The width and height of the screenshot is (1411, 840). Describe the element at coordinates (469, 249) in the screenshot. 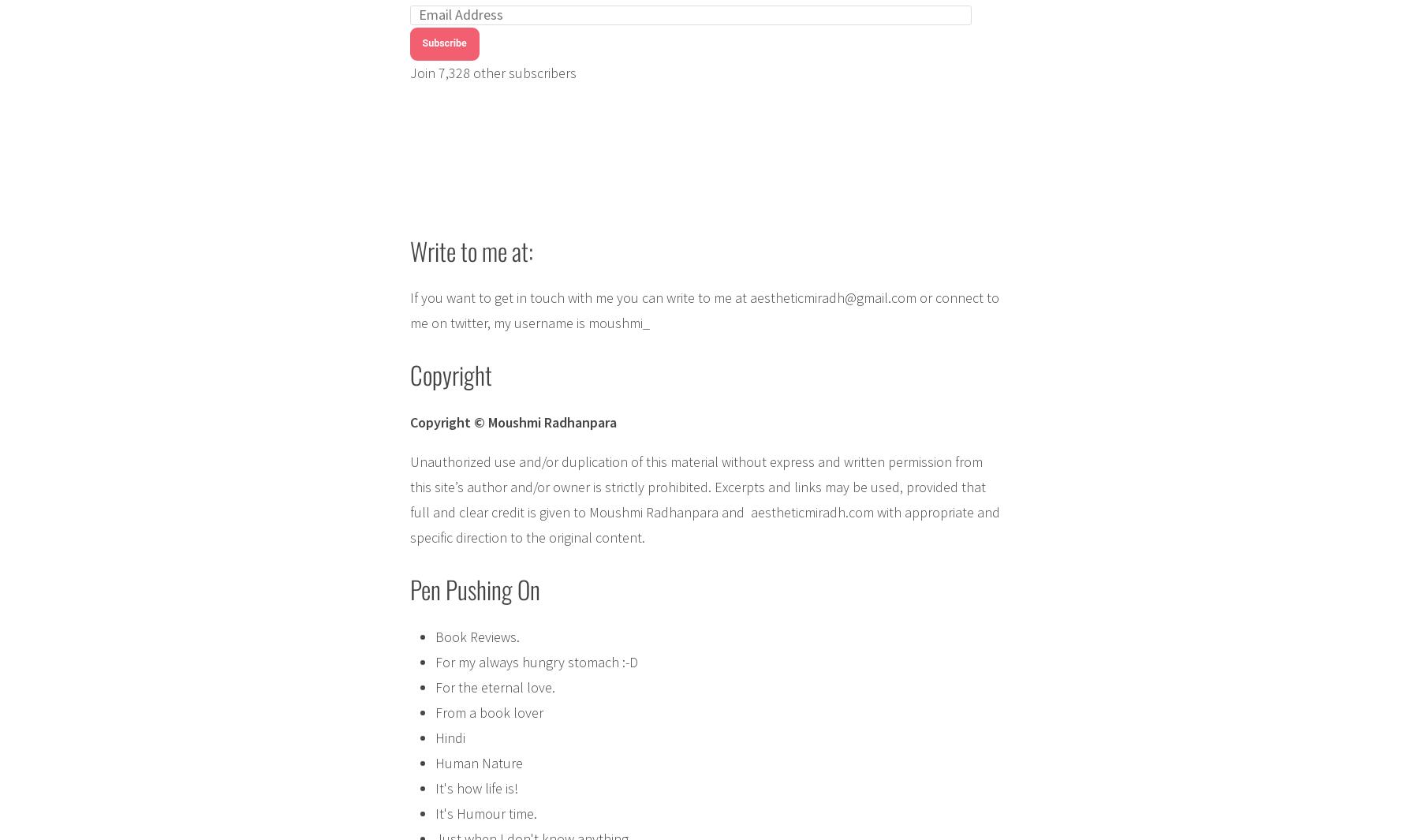

I see `'Write to me at:'` at that location.